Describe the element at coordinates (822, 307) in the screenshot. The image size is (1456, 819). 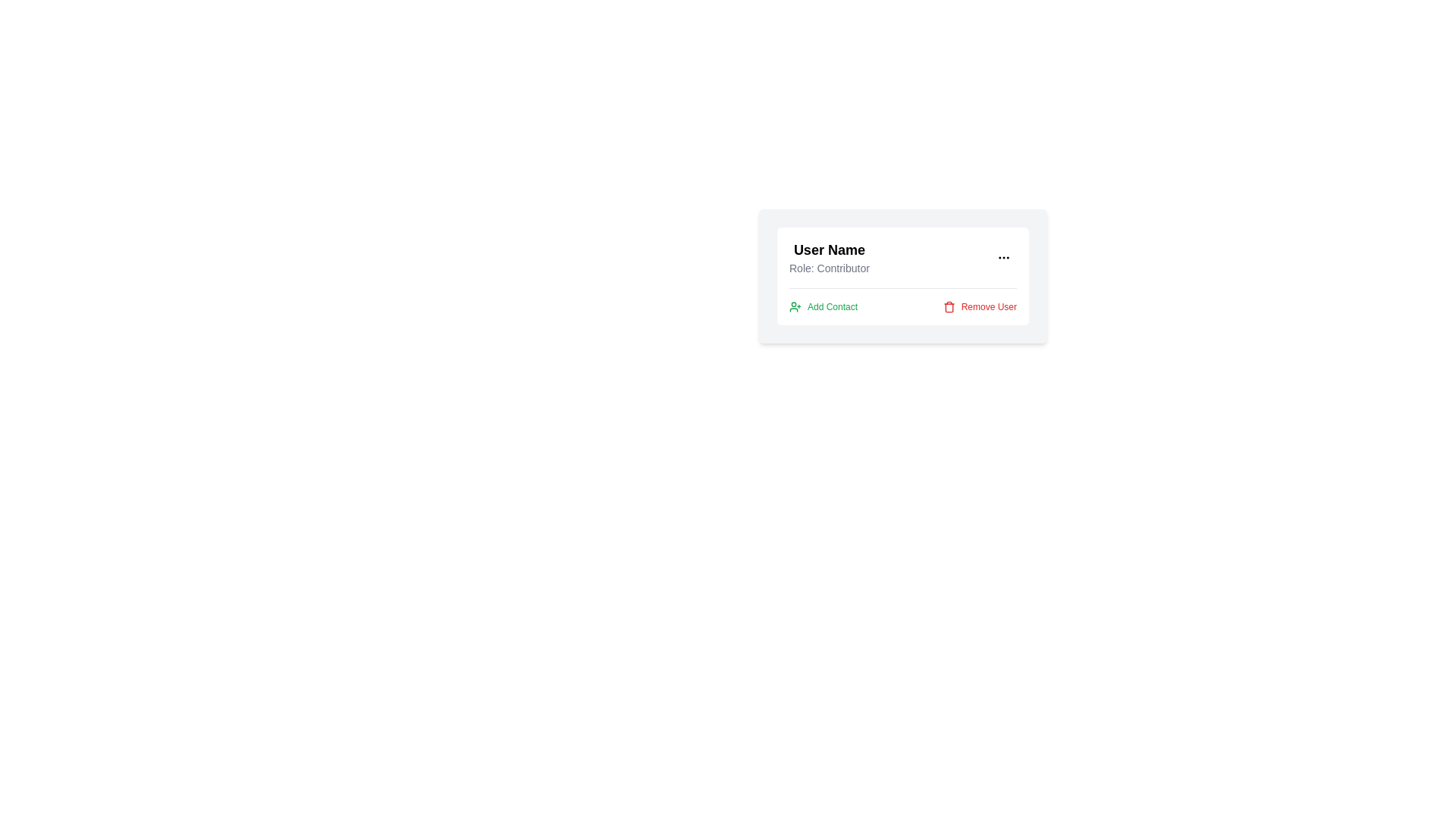
I see `the 'Add Contact' button located on the left side of its bordered section` at that location.